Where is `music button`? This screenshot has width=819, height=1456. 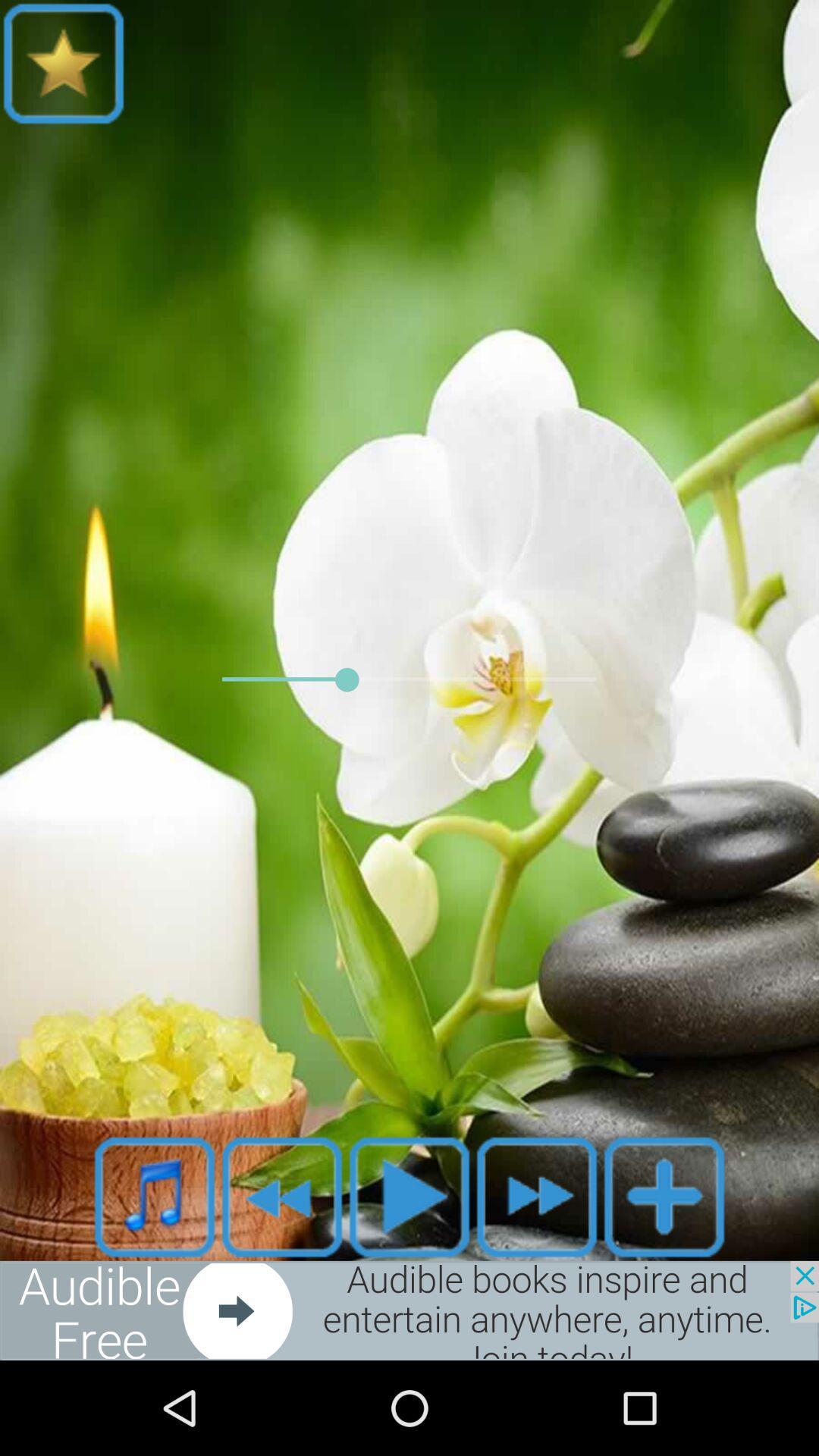
music button is located at coordinates (155, 1196).